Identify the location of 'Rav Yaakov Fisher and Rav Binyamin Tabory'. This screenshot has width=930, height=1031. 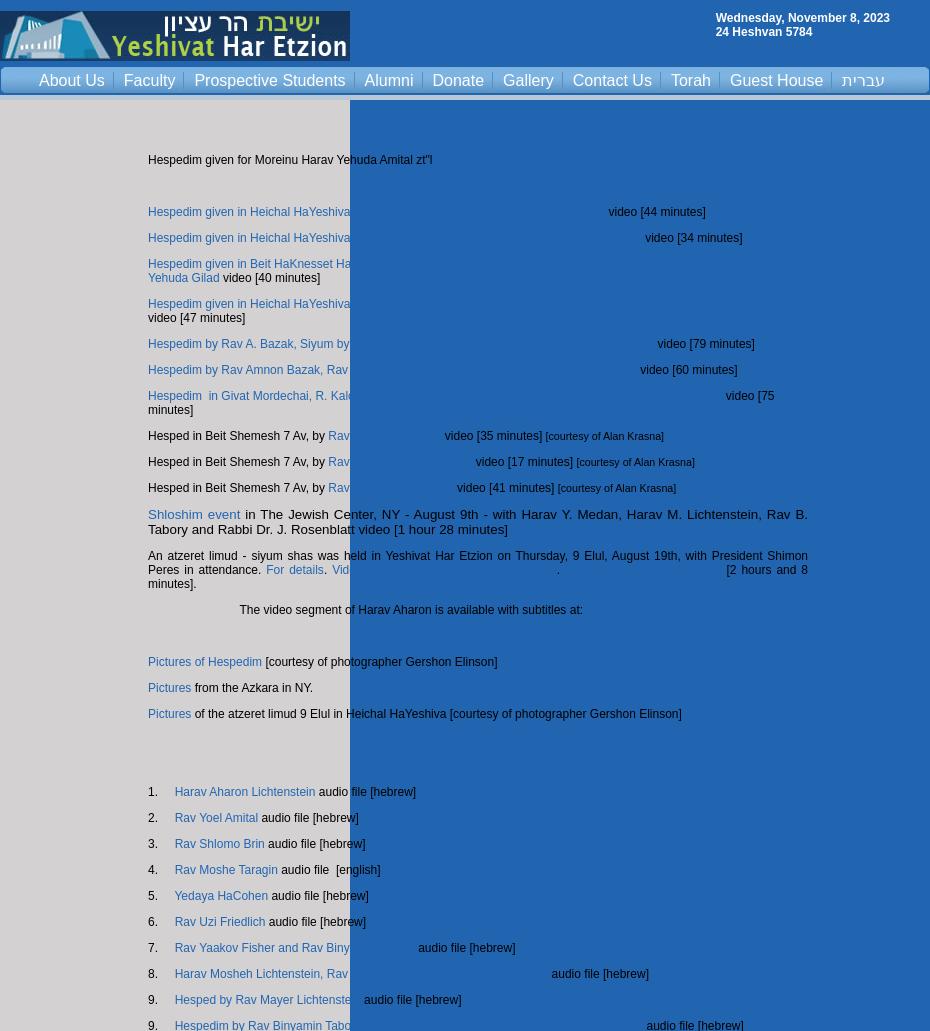
(293, 947).